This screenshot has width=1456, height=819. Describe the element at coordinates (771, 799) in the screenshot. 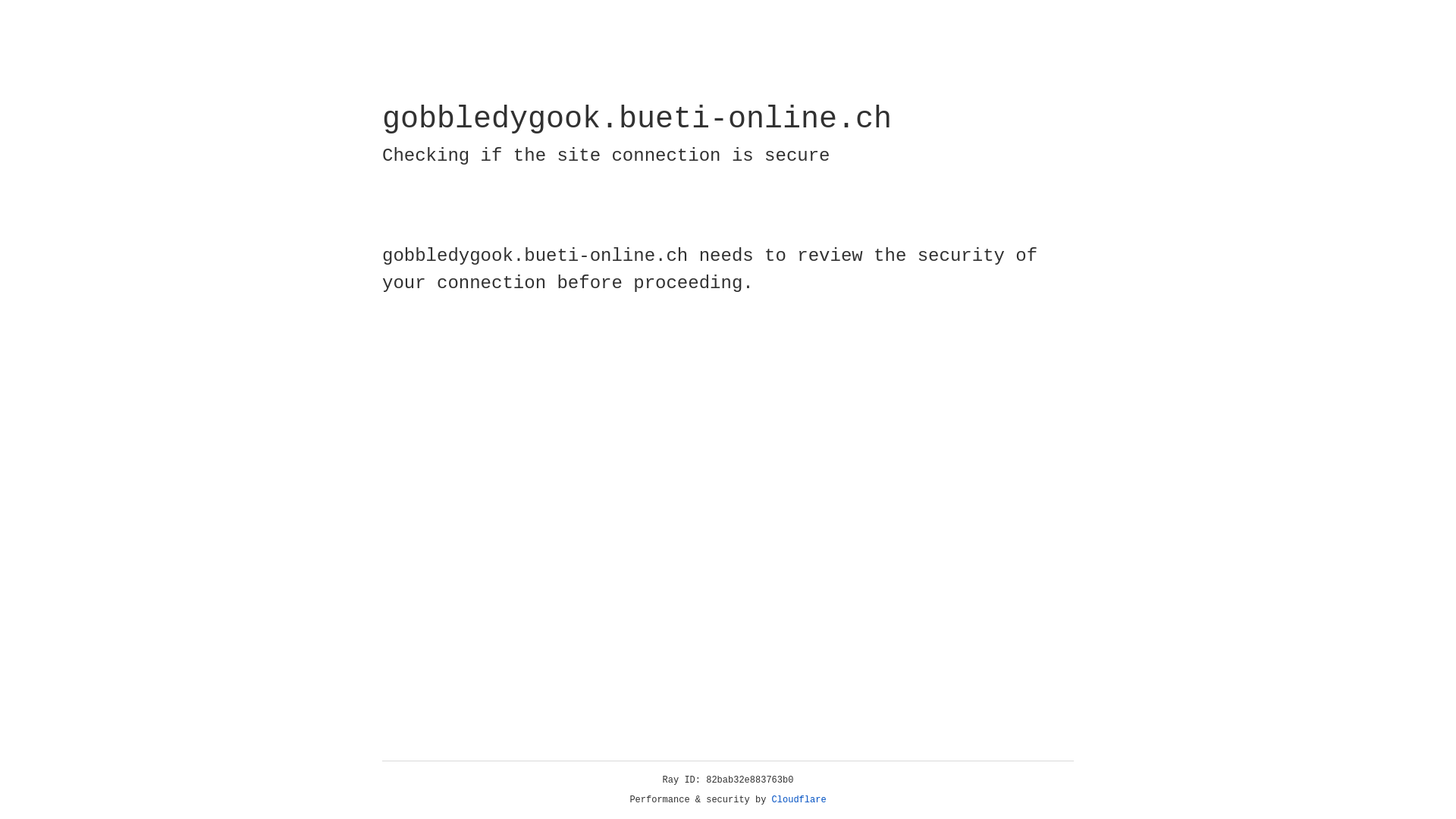

I see `'Cloudflare'` at that location.